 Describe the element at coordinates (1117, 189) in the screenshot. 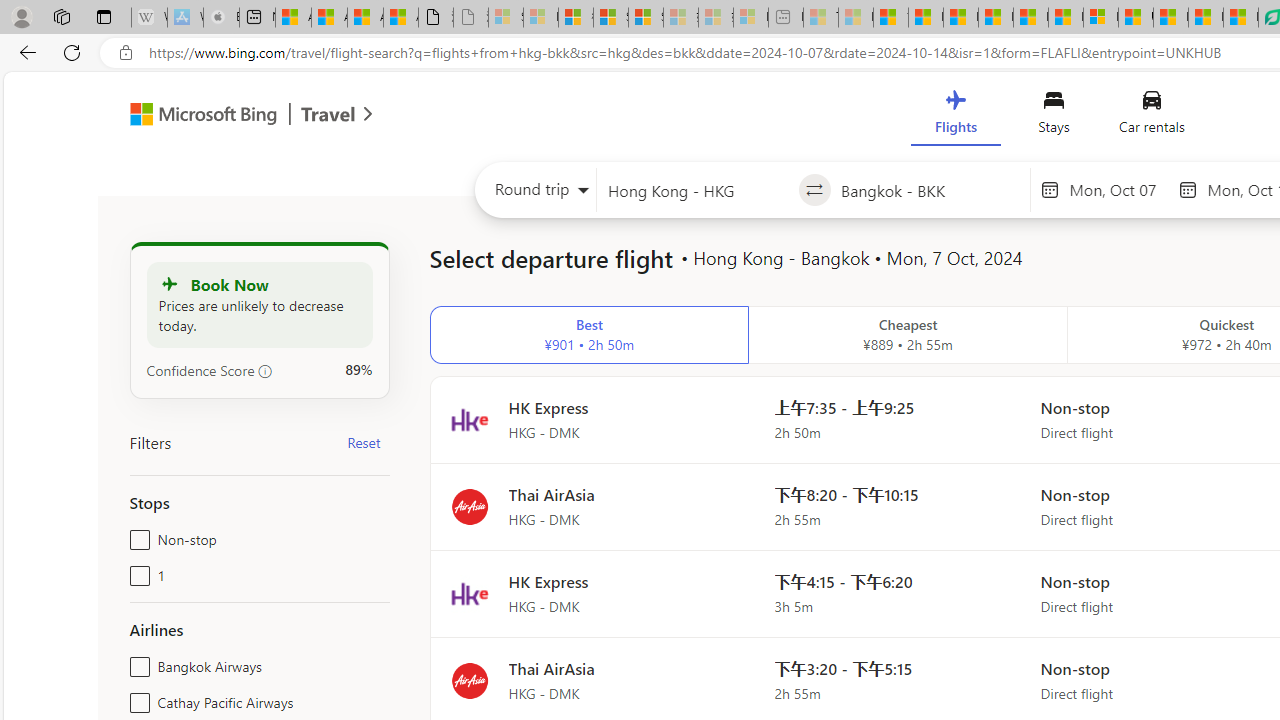

I see `'Start Date'` at that location.